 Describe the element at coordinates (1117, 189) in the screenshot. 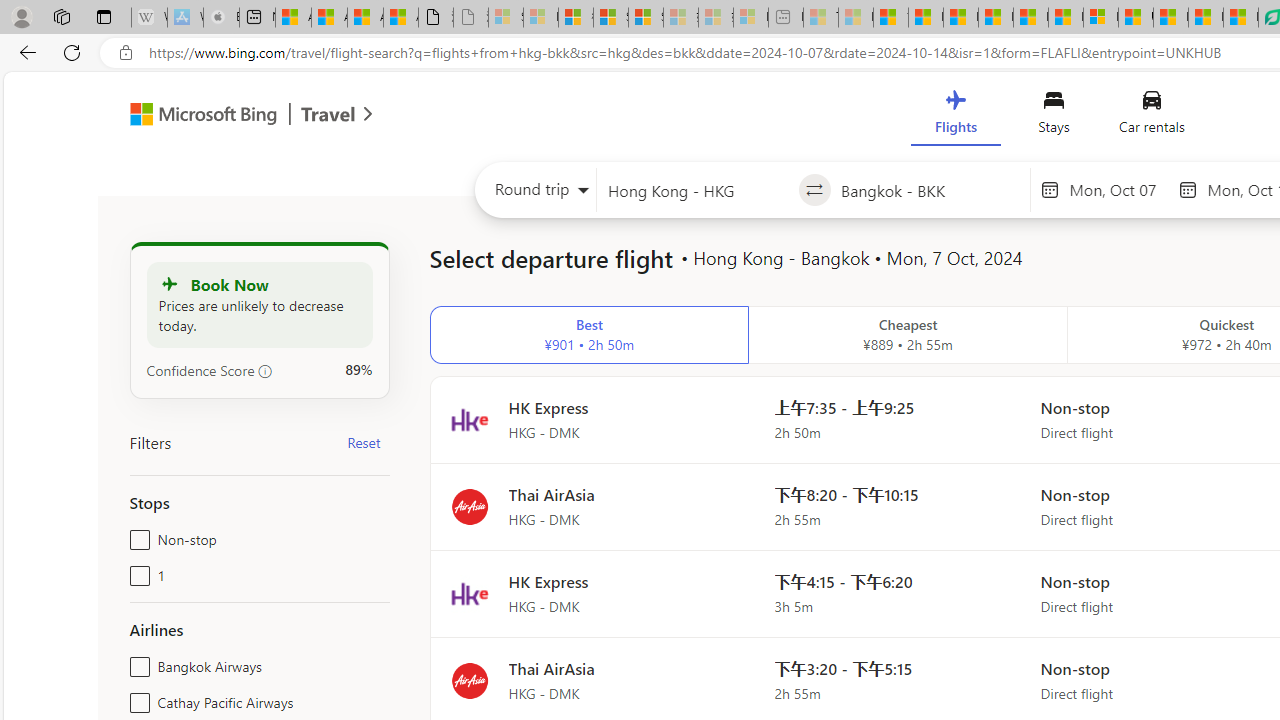

I see `'Start Date'` at that location.